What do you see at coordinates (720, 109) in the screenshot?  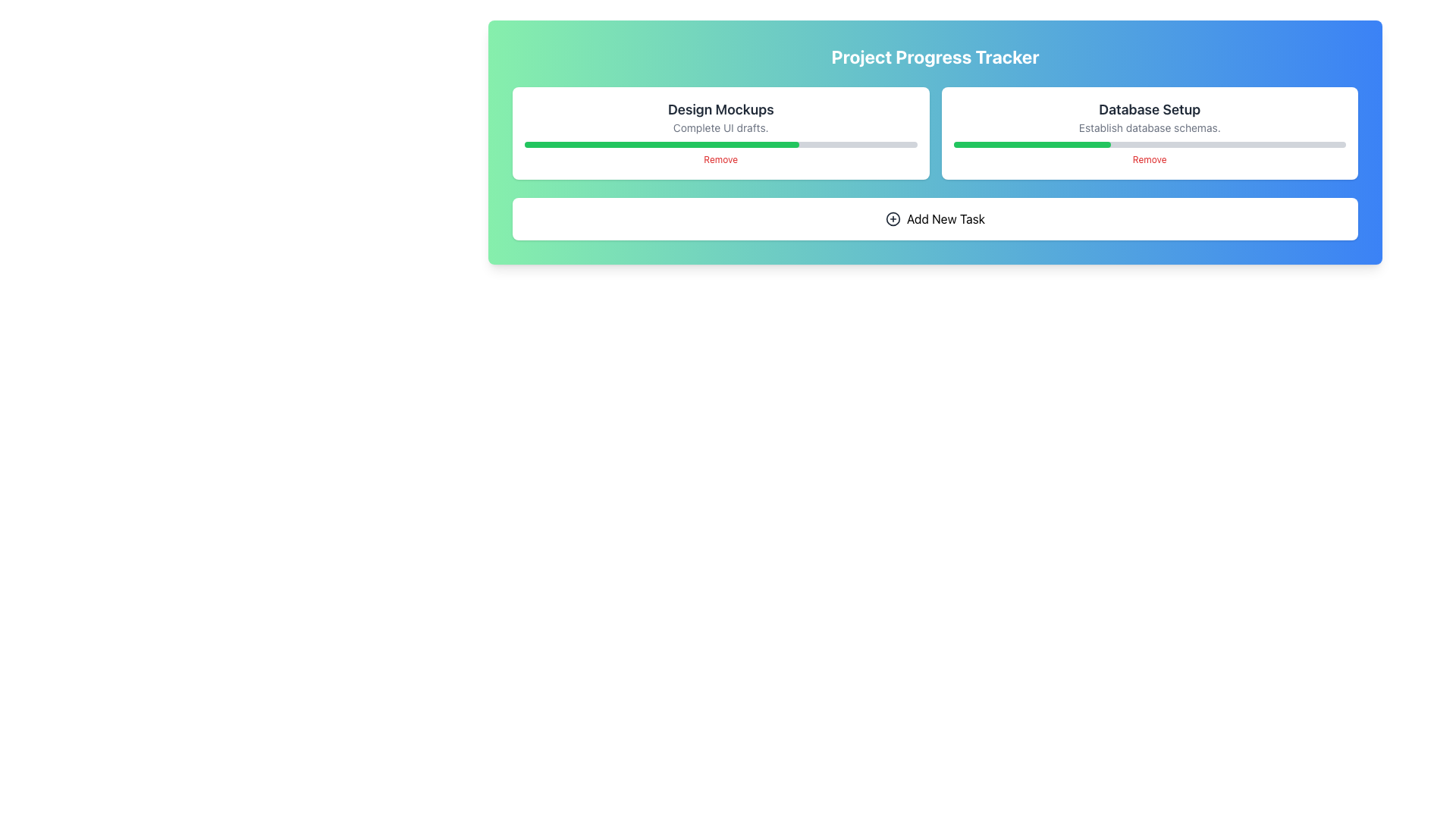 I see `text of the header Text Label located at the top of the card, which serves as the title indicating the main subject of the content` at bounding box center [720, 109].